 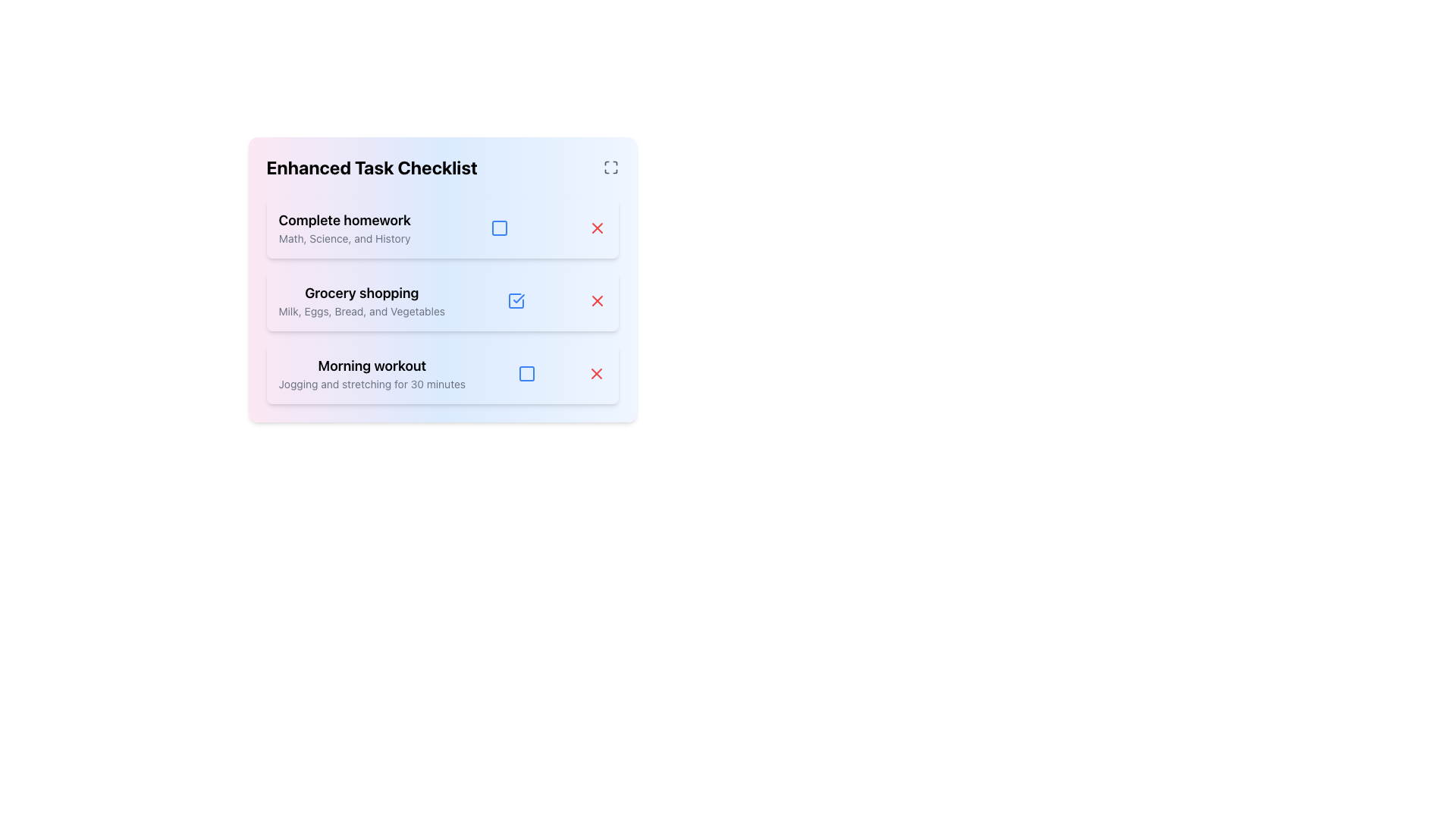 I want to click on the cross icon on the right side of the 'Grocery shopping' item in the checklist, so click(x=596, y=301).